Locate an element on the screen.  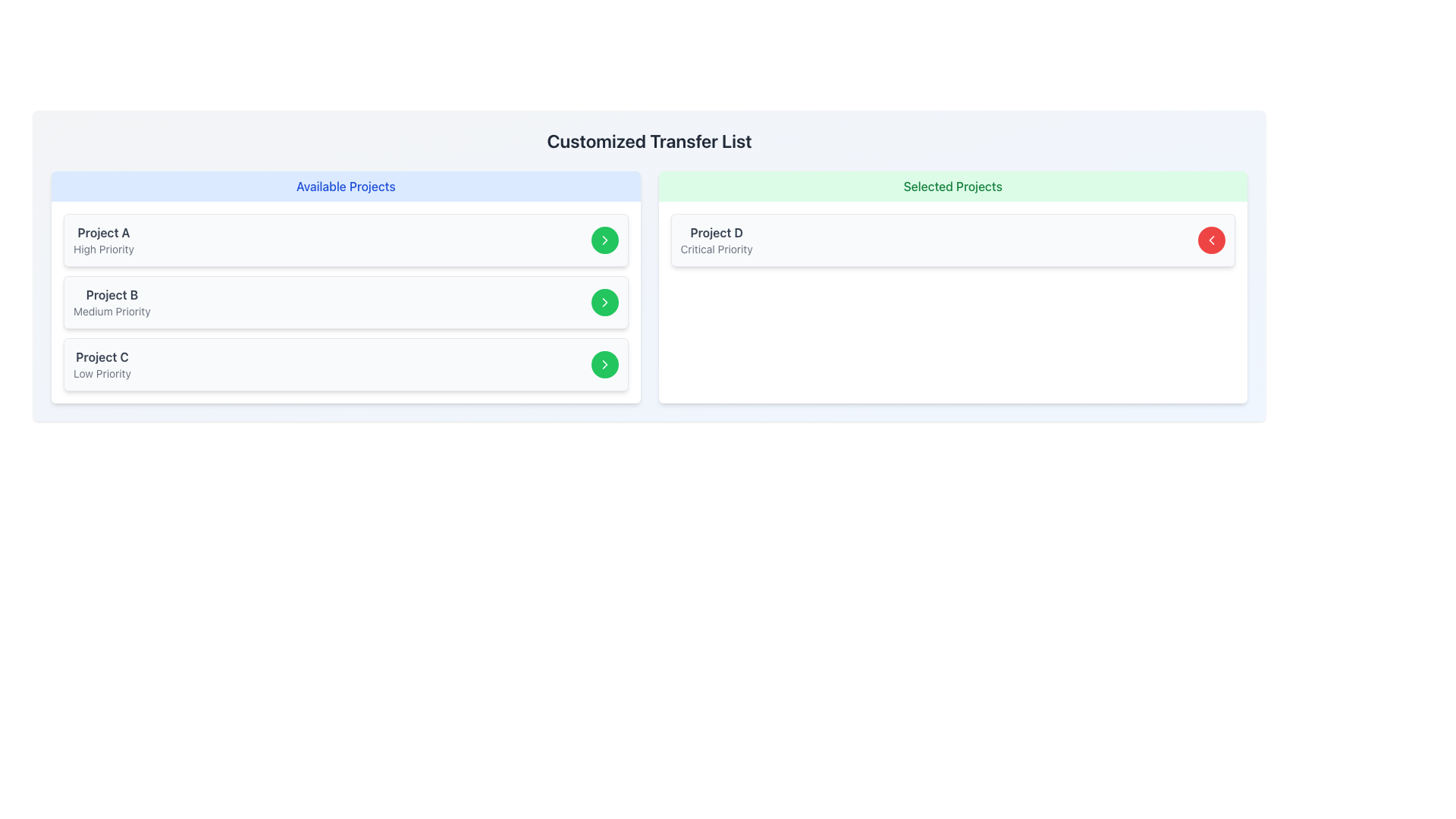
the green circular button with a right-pointing arrow icon adjacent to 'Project C (Low Priority)' is located at coordinates (604, 302).